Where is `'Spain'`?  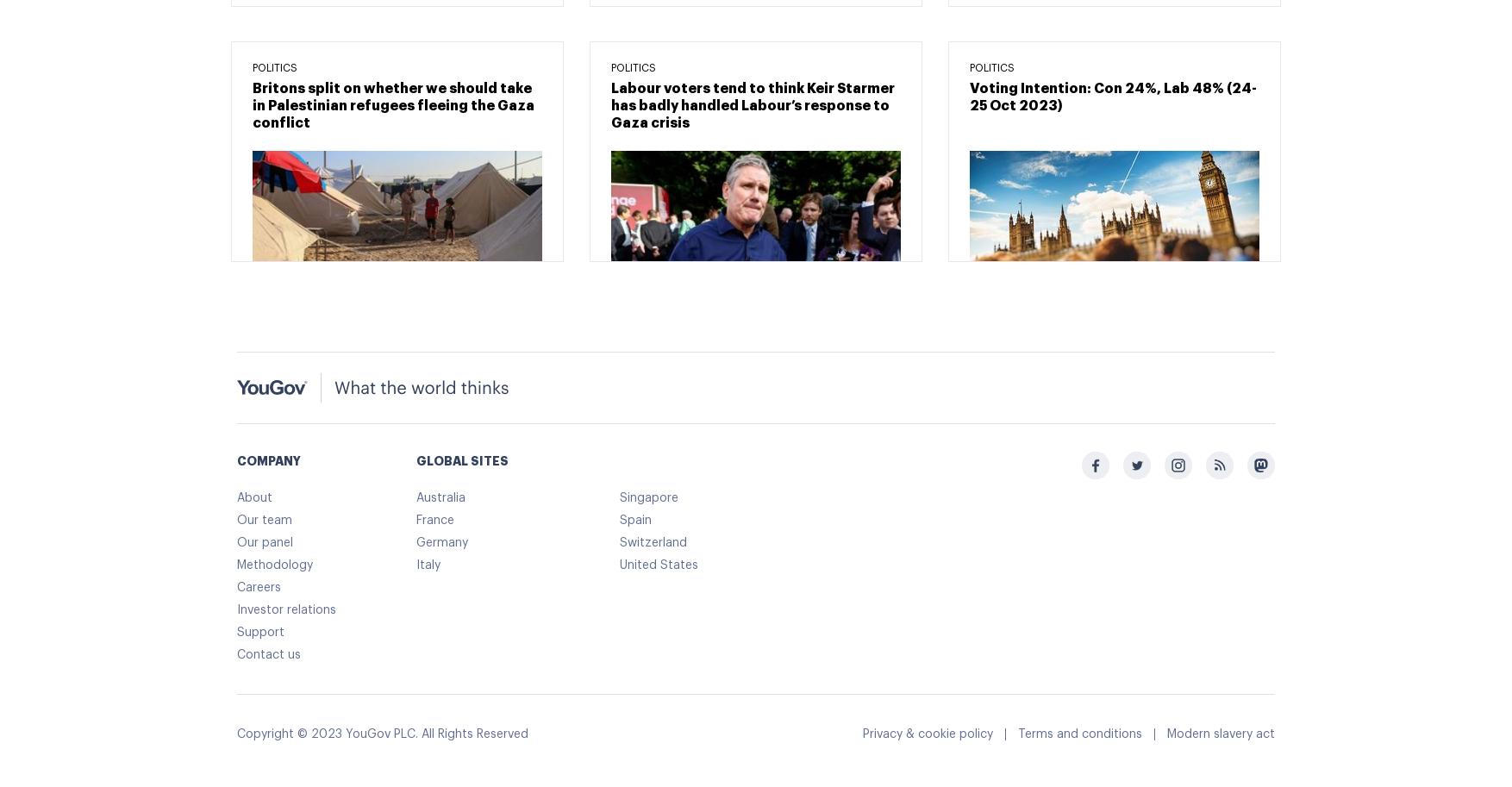 'Spain' is located at coordinates (635, 520).